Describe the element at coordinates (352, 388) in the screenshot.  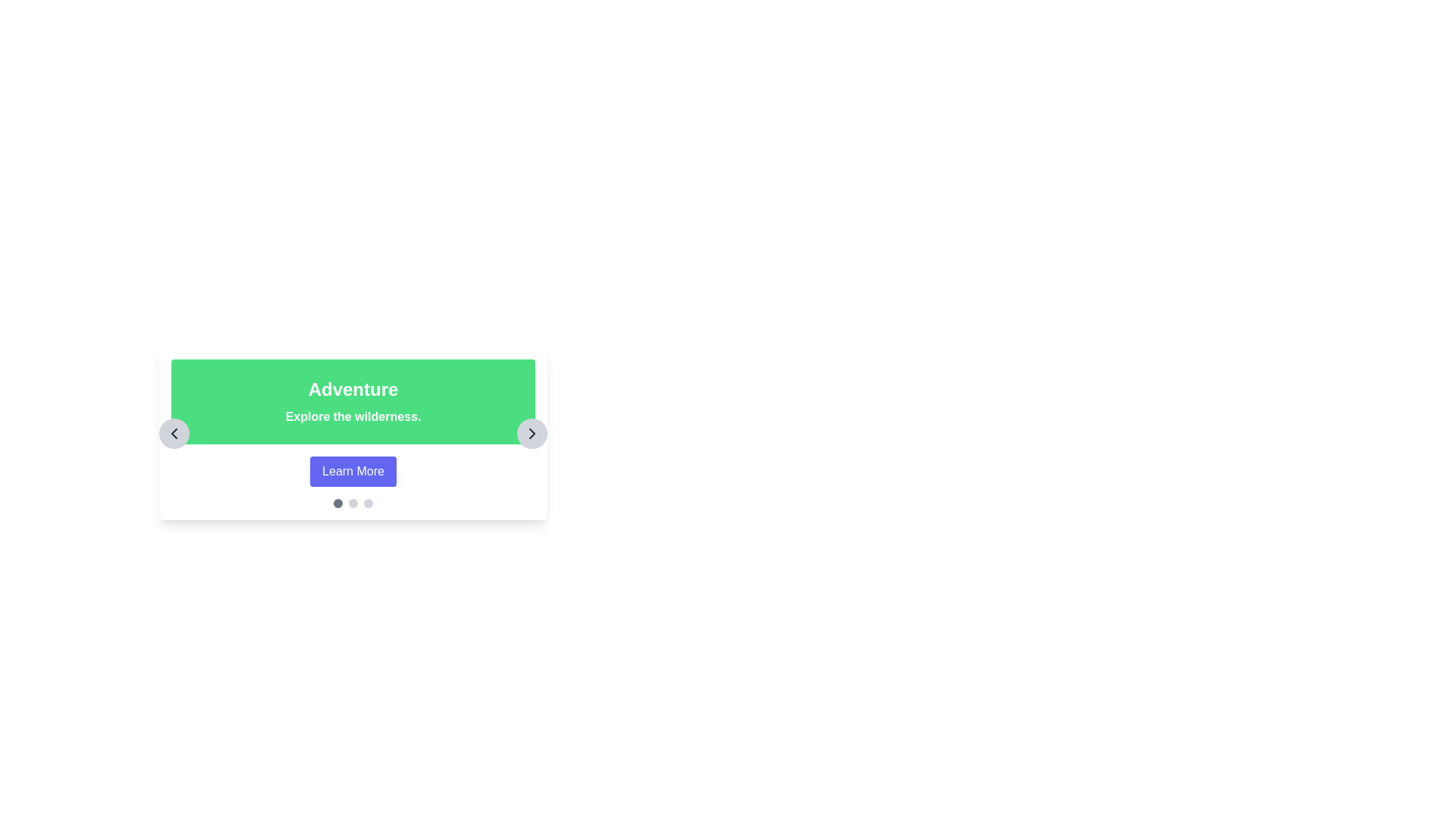
I see `the Text element that serves as a title or label, positioned above the text 'Explore the wilderness.'` at that location.